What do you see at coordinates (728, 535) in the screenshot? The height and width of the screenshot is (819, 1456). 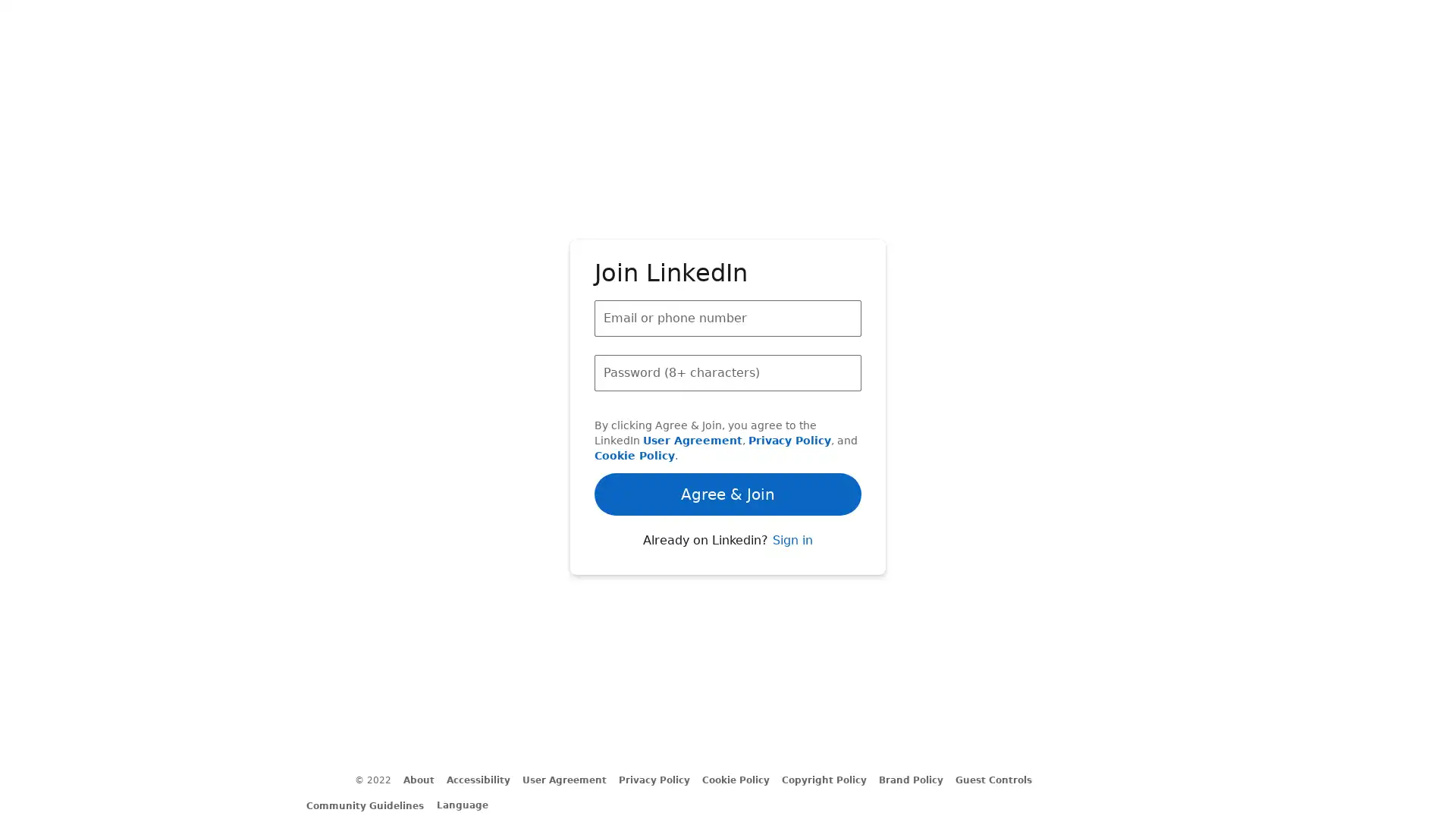 I see `Join with Google` at bounding box center [728, 535].